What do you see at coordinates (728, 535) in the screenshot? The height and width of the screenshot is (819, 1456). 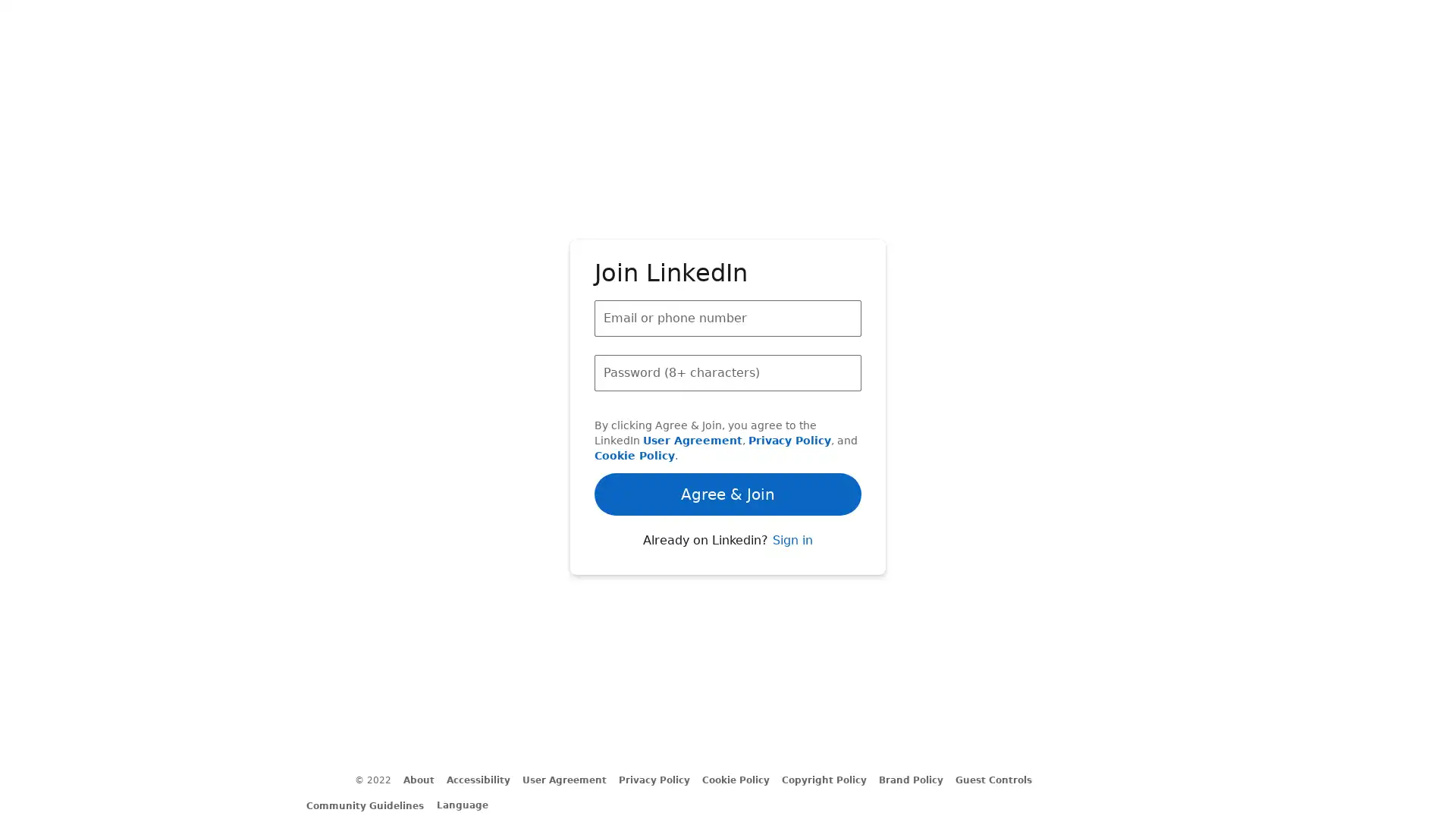 I see `Join with Google` at bounding box center [728, 535].